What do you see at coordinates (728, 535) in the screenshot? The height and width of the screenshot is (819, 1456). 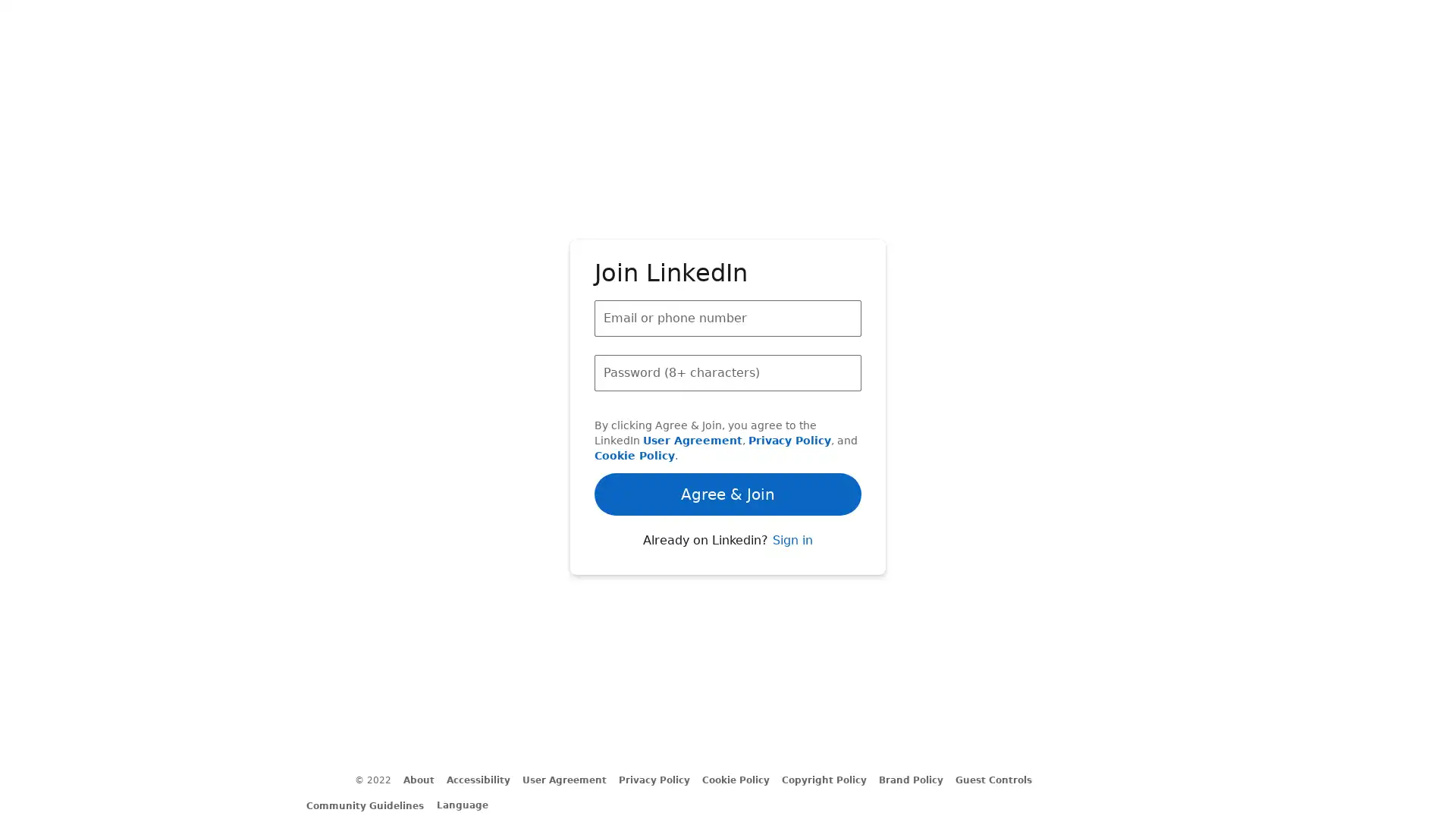 I see `Join with Google` at bounding box center [728, 535].